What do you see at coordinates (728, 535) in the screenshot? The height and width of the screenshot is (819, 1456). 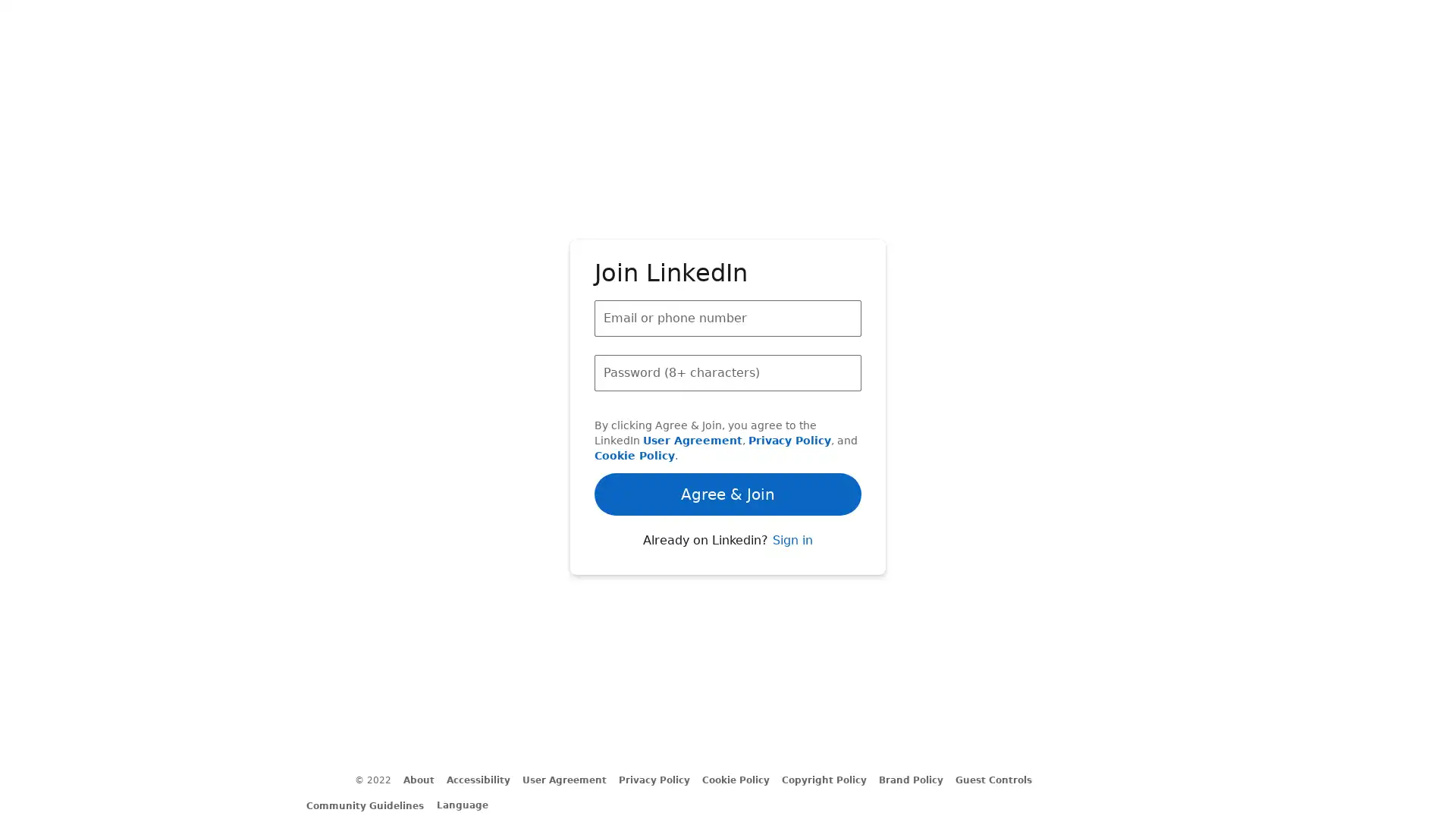 I see `Join with Google` at bounding box center [728, 535].